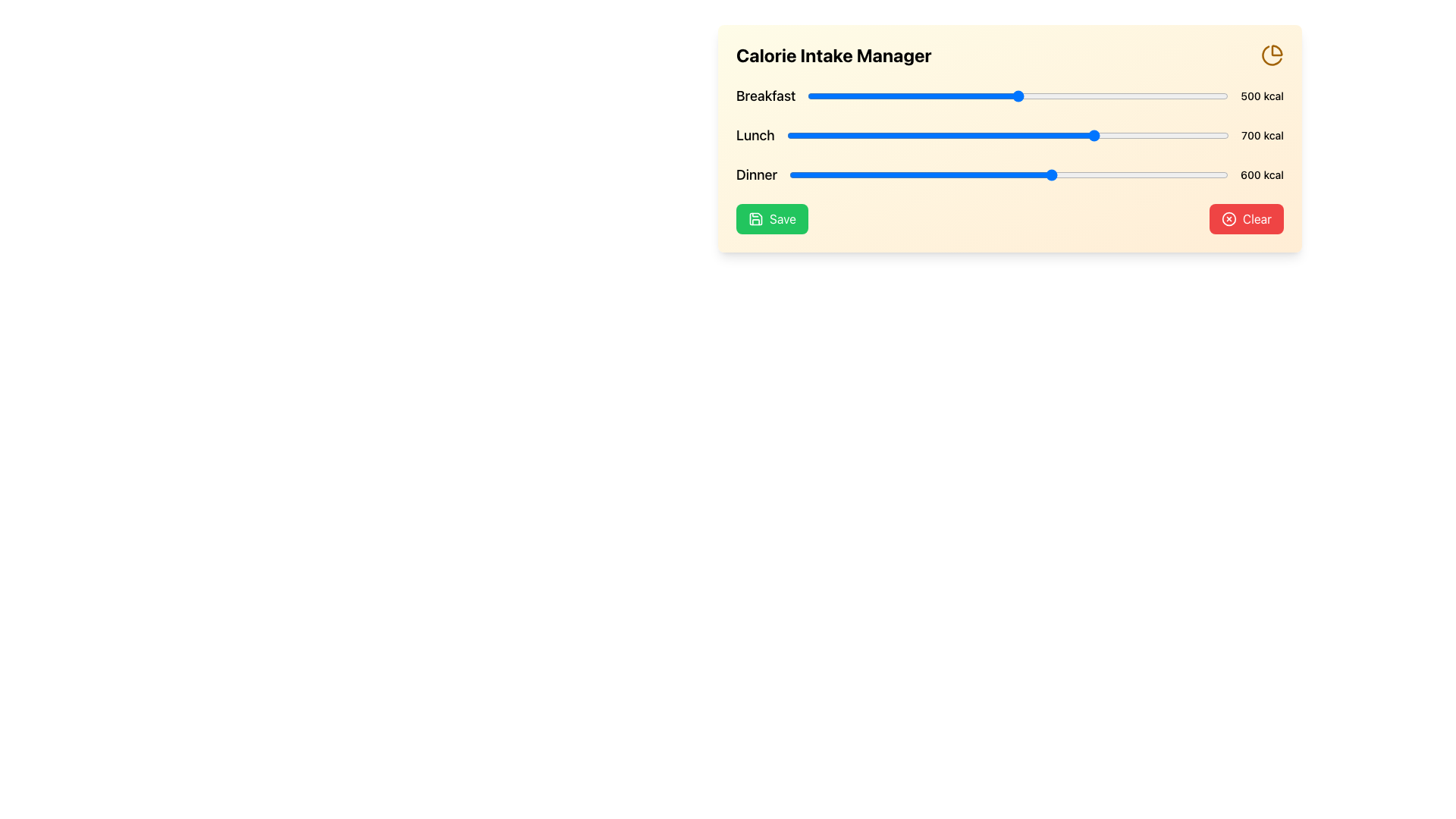 The width and height of the screenshot is (1456, 819). I want to click on the dinner calorie intake slider, so click(923, 174).